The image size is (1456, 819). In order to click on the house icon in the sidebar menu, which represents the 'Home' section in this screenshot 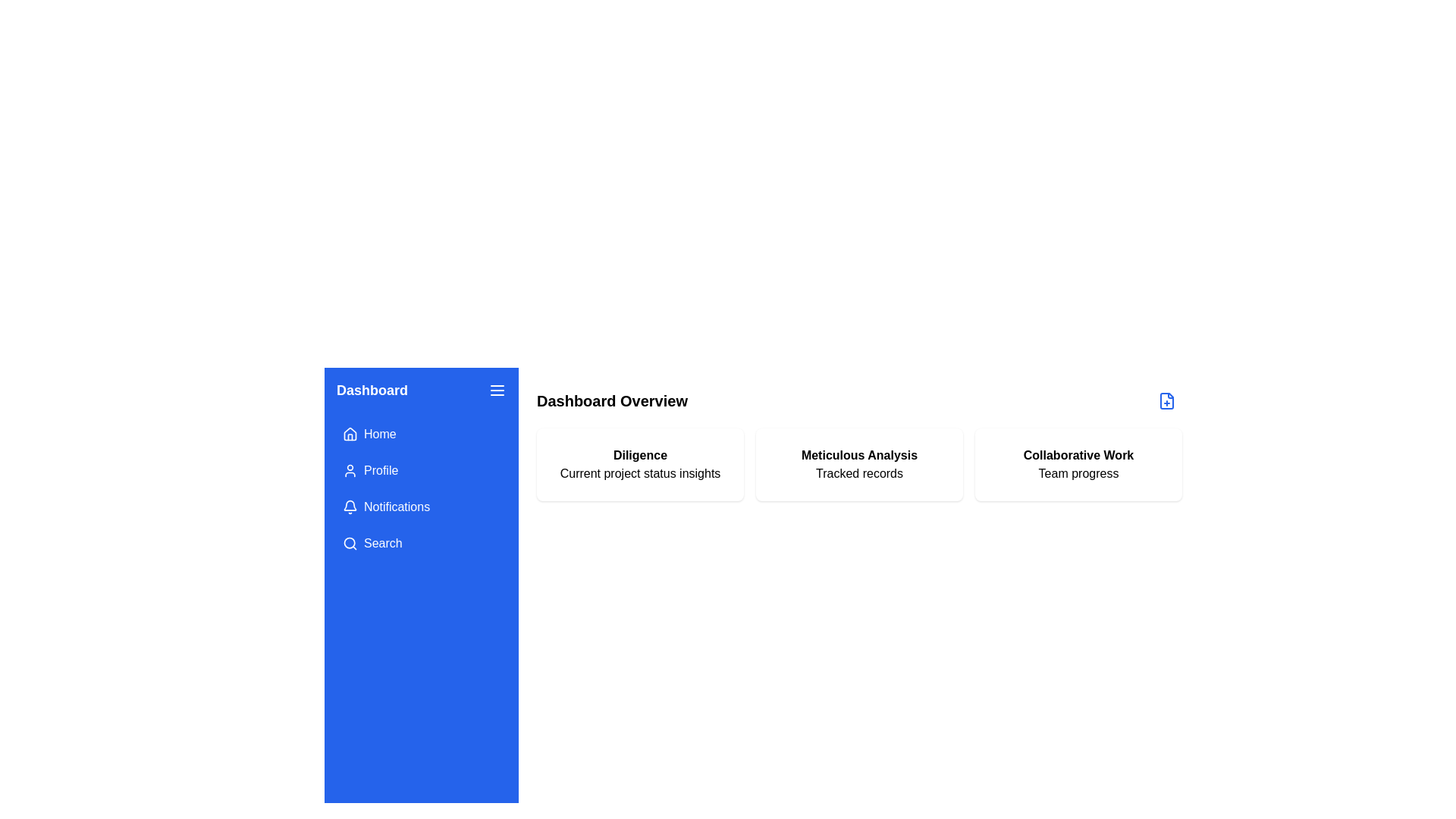, I will do `click(349, 433)`.